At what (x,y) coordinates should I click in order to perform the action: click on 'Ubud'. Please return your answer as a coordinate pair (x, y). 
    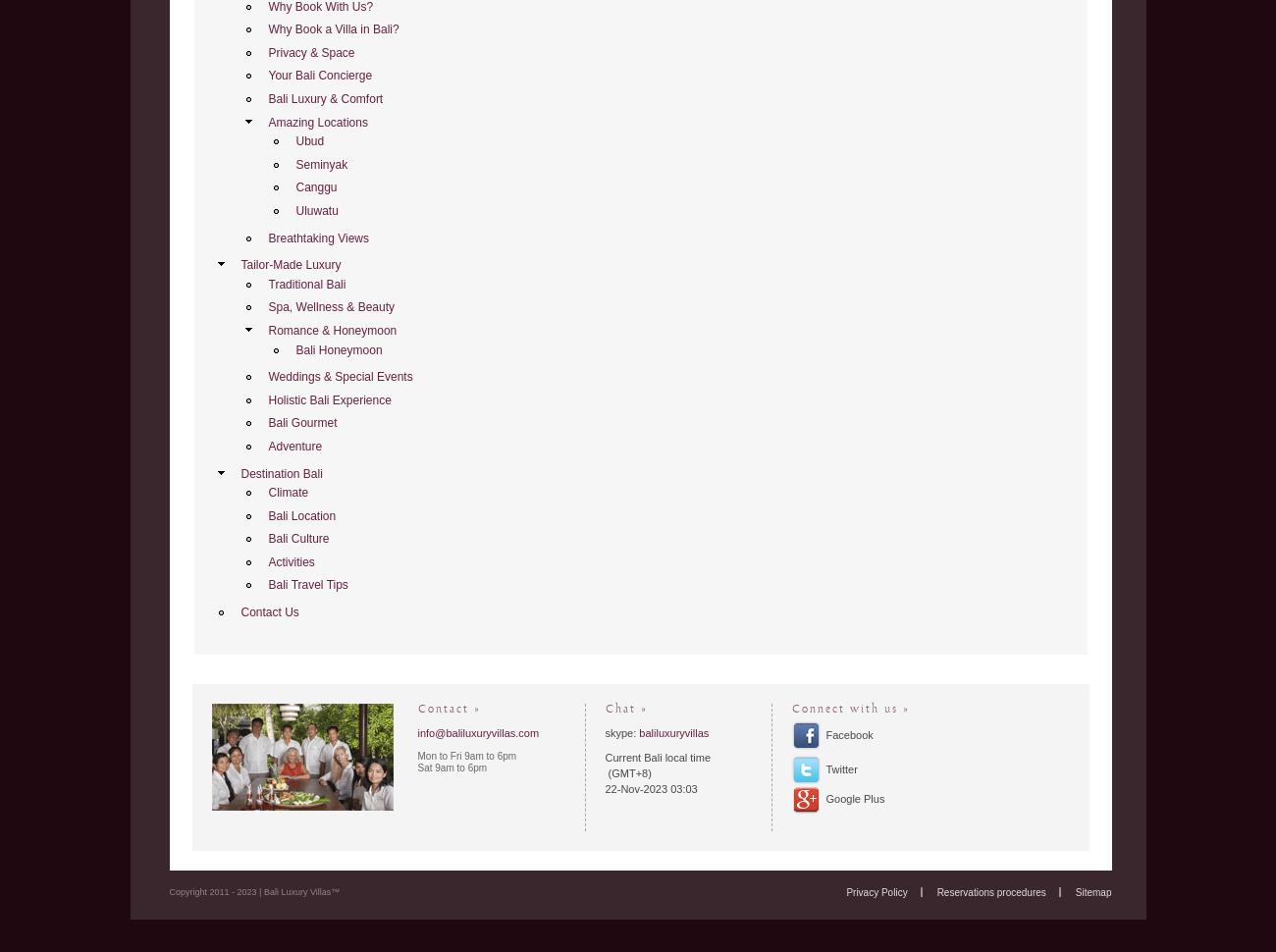
    Looking at the image, I should click on (309, 141).